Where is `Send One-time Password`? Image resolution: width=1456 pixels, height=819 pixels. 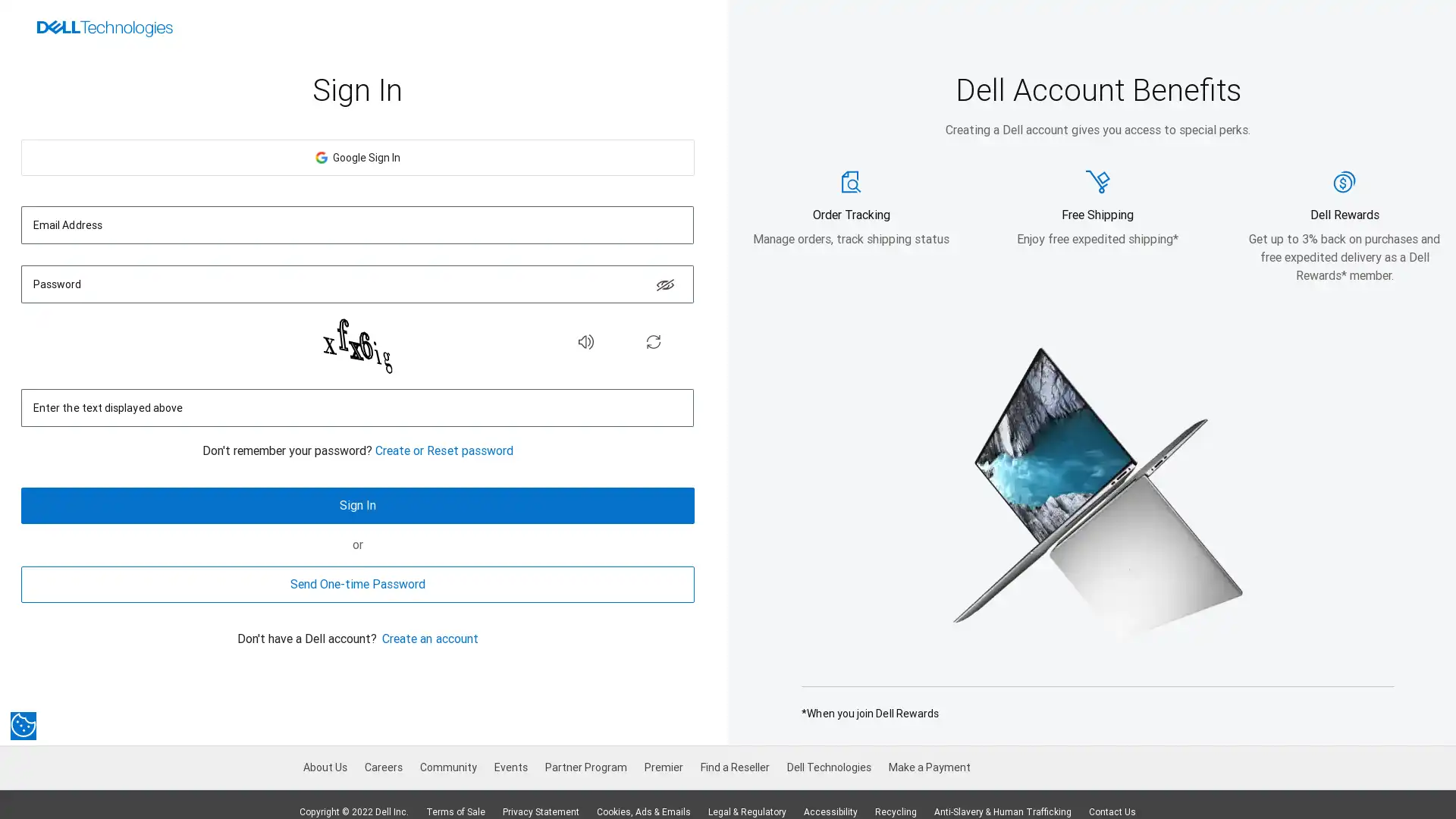 Send One-time Password is located at coordinates (356, 584).